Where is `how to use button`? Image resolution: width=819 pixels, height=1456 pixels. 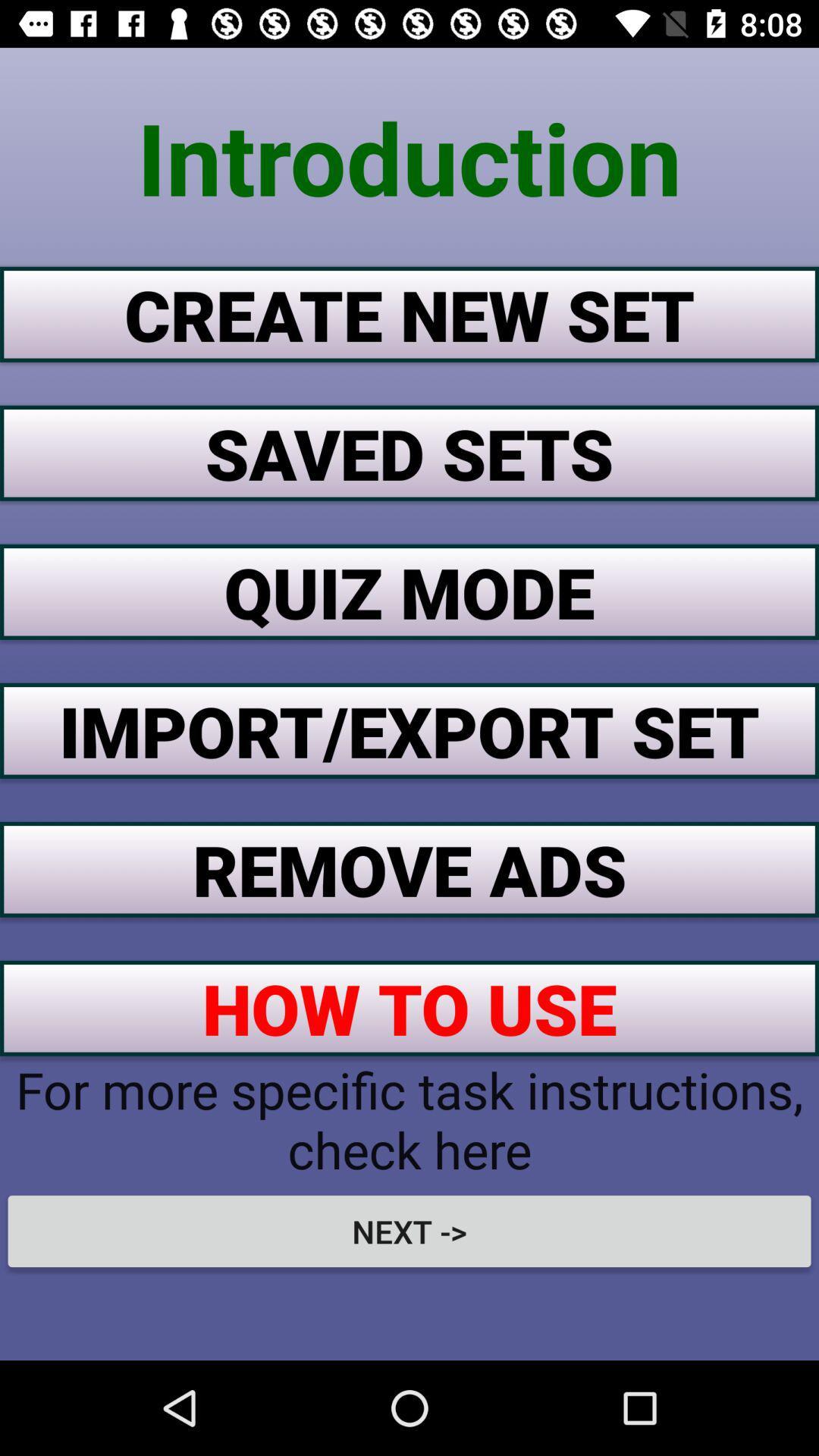 how to use button is located at coordinates (409, 1008).